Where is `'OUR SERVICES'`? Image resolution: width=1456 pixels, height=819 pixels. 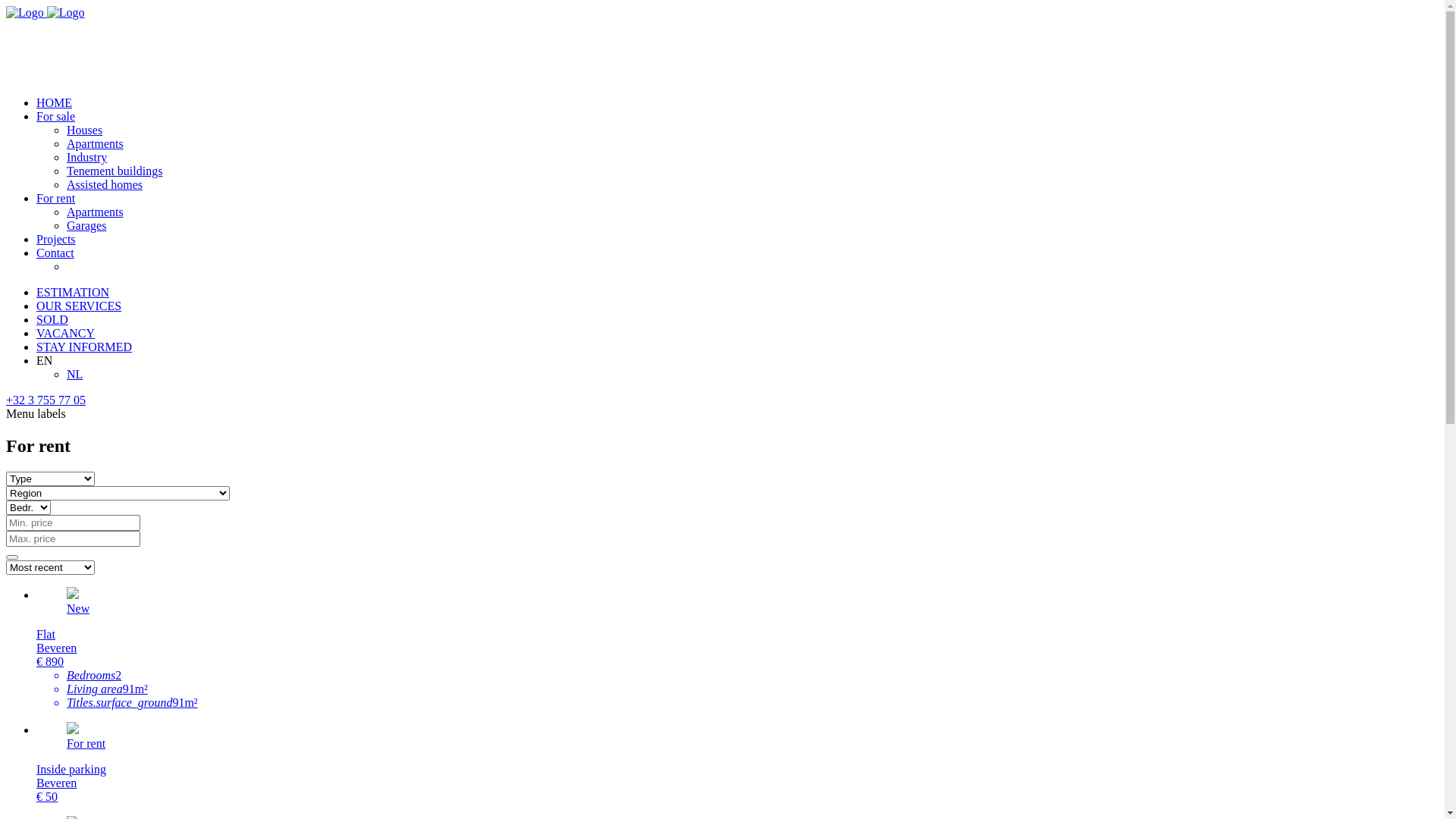 'OUR SERVICES' is located at coordinates (36, 306).